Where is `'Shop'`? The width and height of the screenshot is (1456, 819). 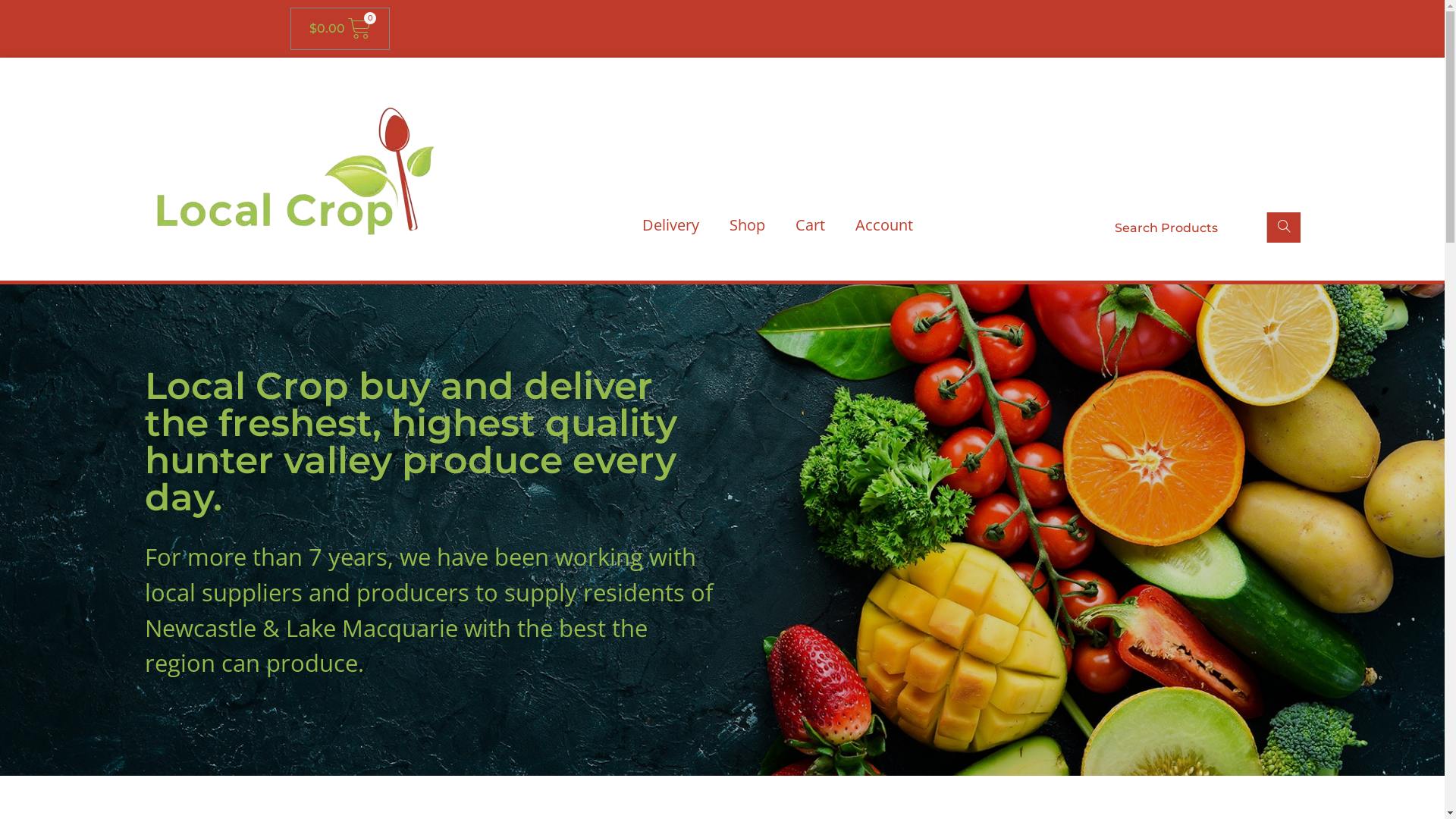
'Shop' is located at coordinates (747, 225).